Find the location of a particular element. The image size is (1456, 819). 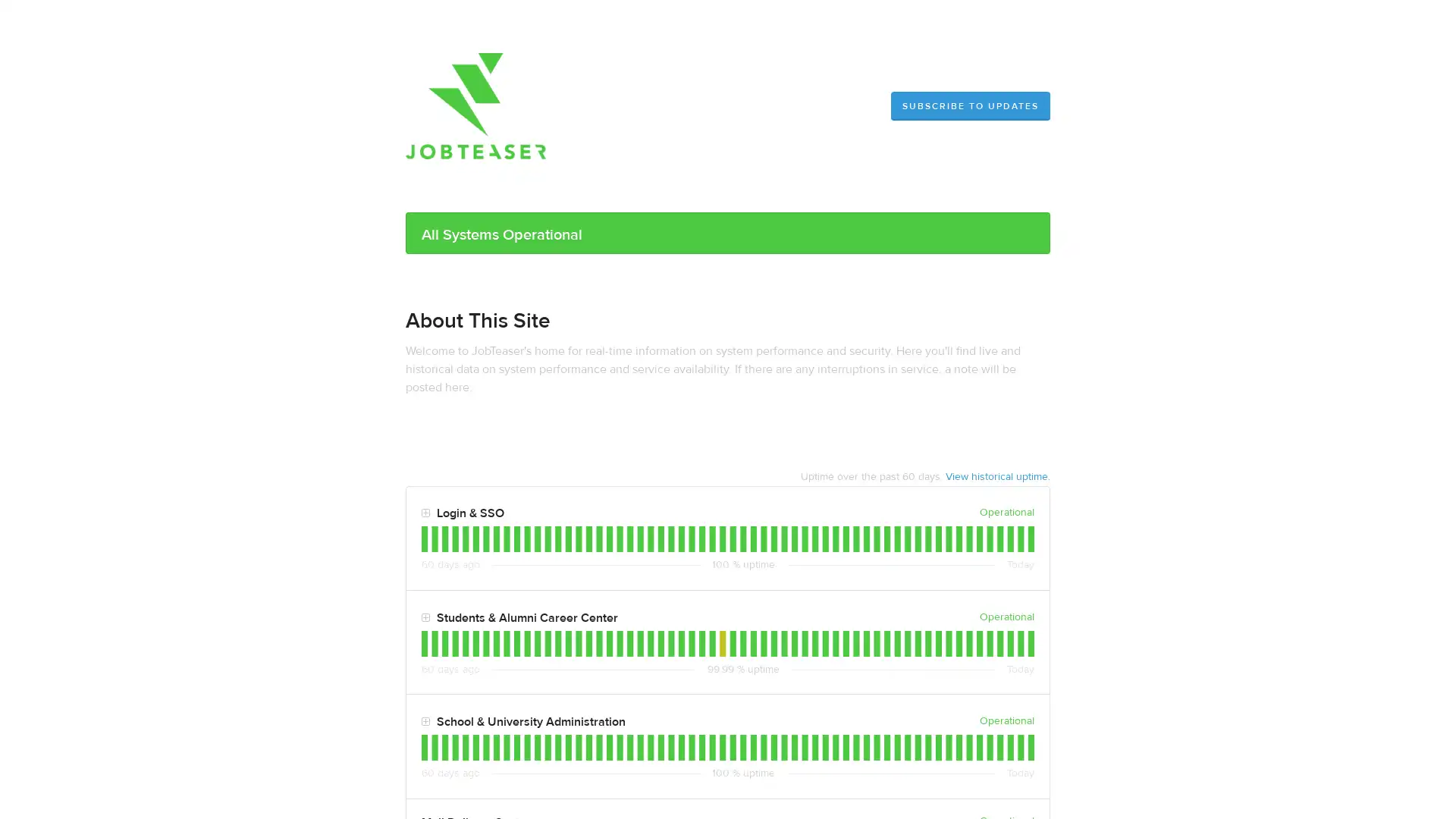

Toggle Login & SSO is located at coordinates (425, 513).